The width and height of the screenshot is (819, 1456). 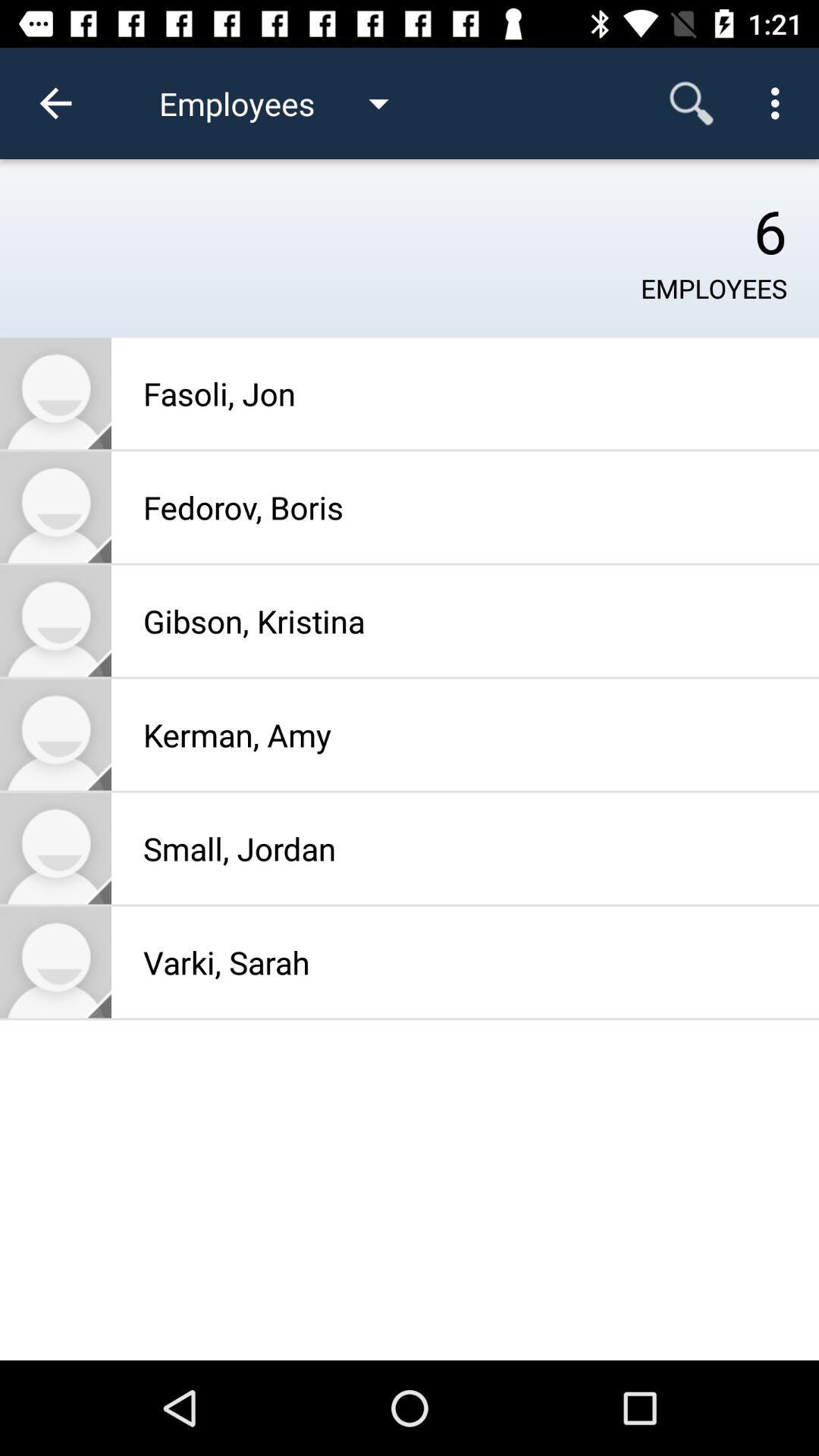 What do you see at coordinates (55, 507) in the screenshot?
I see `fedorov boris` at bounding box center [55, 507].